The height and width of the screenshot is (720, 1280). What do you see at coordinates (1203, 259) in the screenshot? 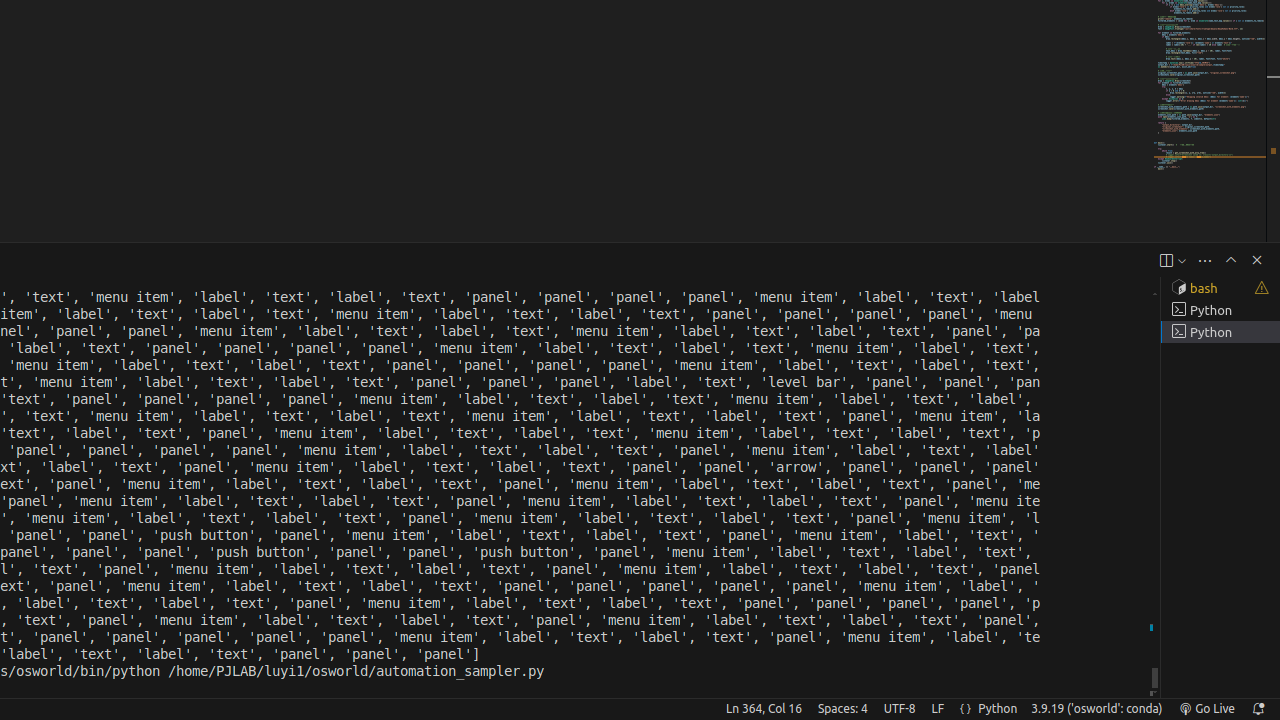
I see `'Views and More Actions...'` at bounding box center [1203, 259].